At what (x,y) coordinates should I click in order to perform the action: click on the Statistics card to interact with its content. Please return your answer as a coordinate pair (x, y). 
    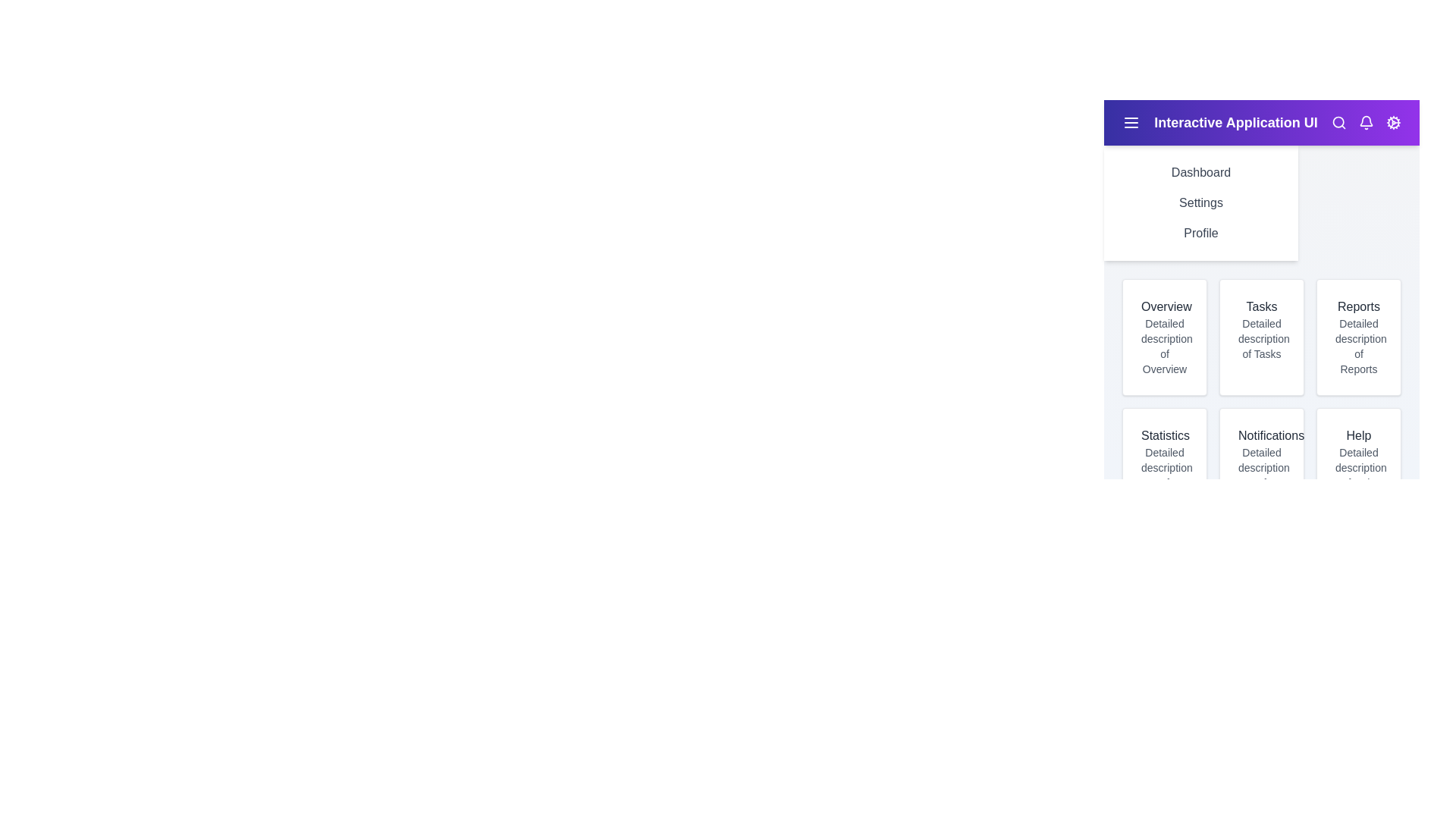
    Looking at the image, I should click on (1164, 465).